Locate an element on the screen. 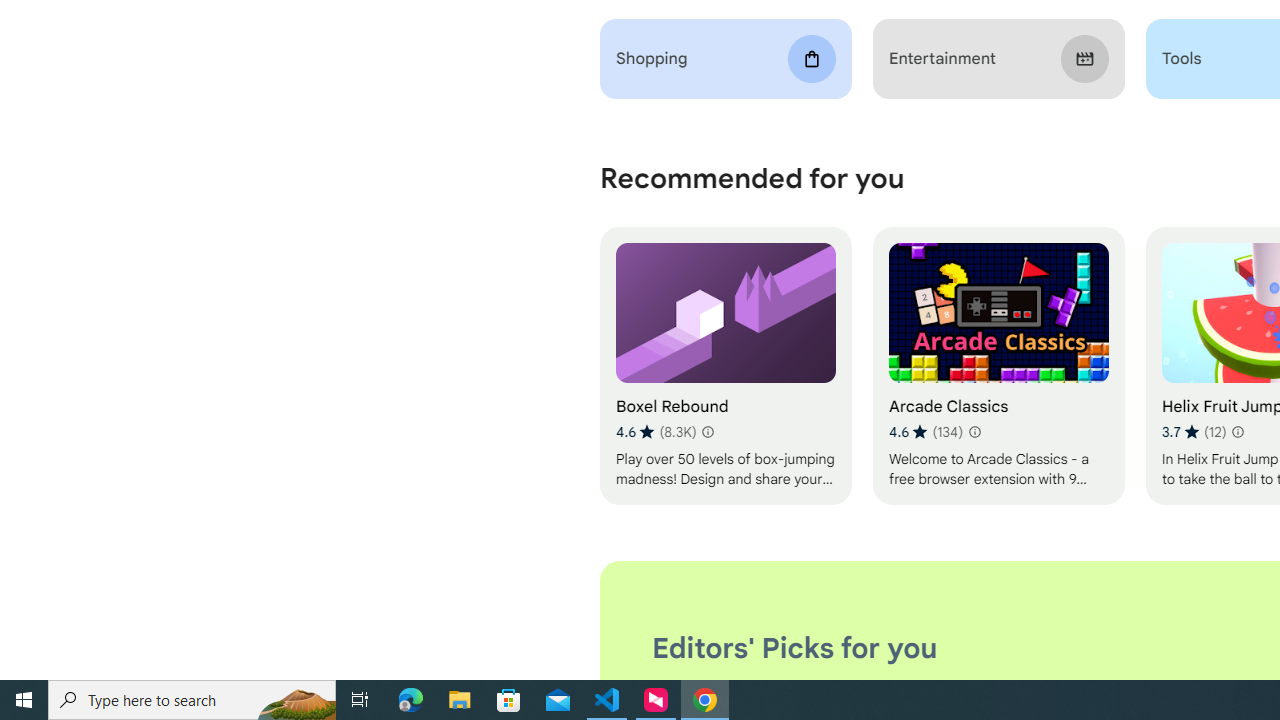 The width and height of the screenshot is (1280, 720). 'Average rating 3.7 out of 5 stars. 12 ratings.' is located at coordinates (1194, 431).